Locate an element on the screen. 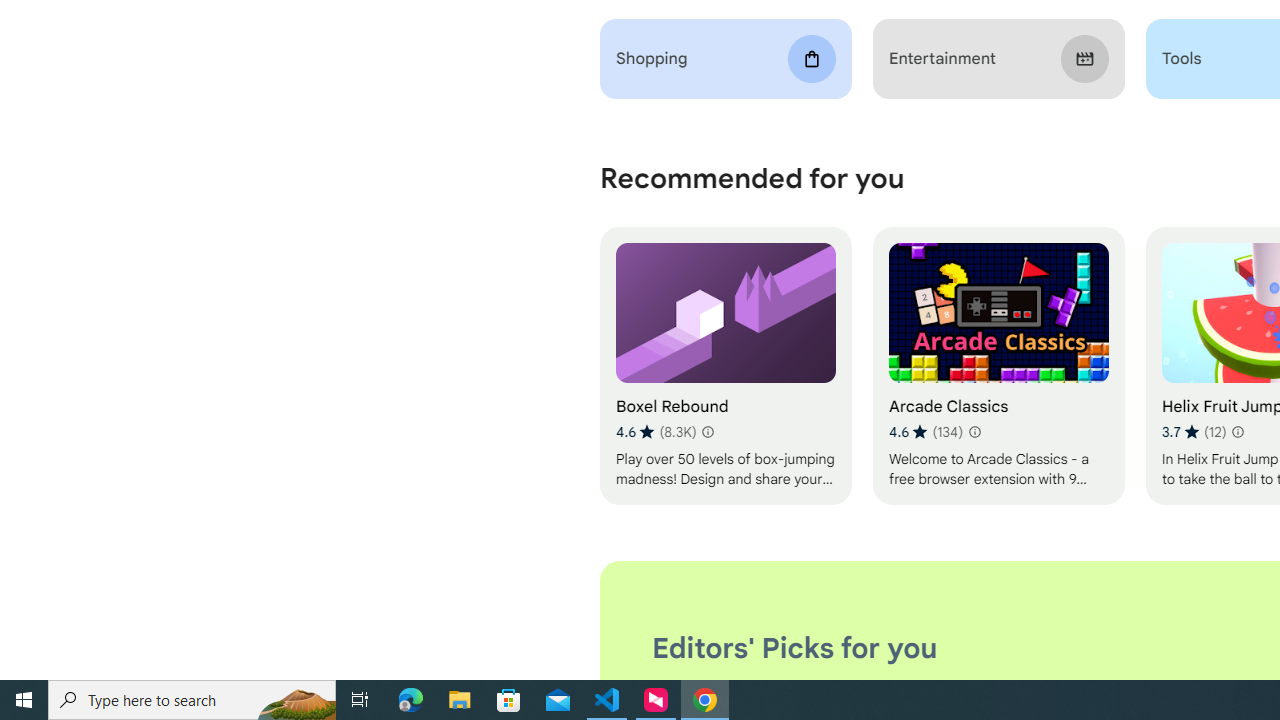 The width and height of the screenshot is (1280, 720). 'Average rating 3.7 out of 5 stars. 12 ratings.' is located at coordinates (1194, 431).